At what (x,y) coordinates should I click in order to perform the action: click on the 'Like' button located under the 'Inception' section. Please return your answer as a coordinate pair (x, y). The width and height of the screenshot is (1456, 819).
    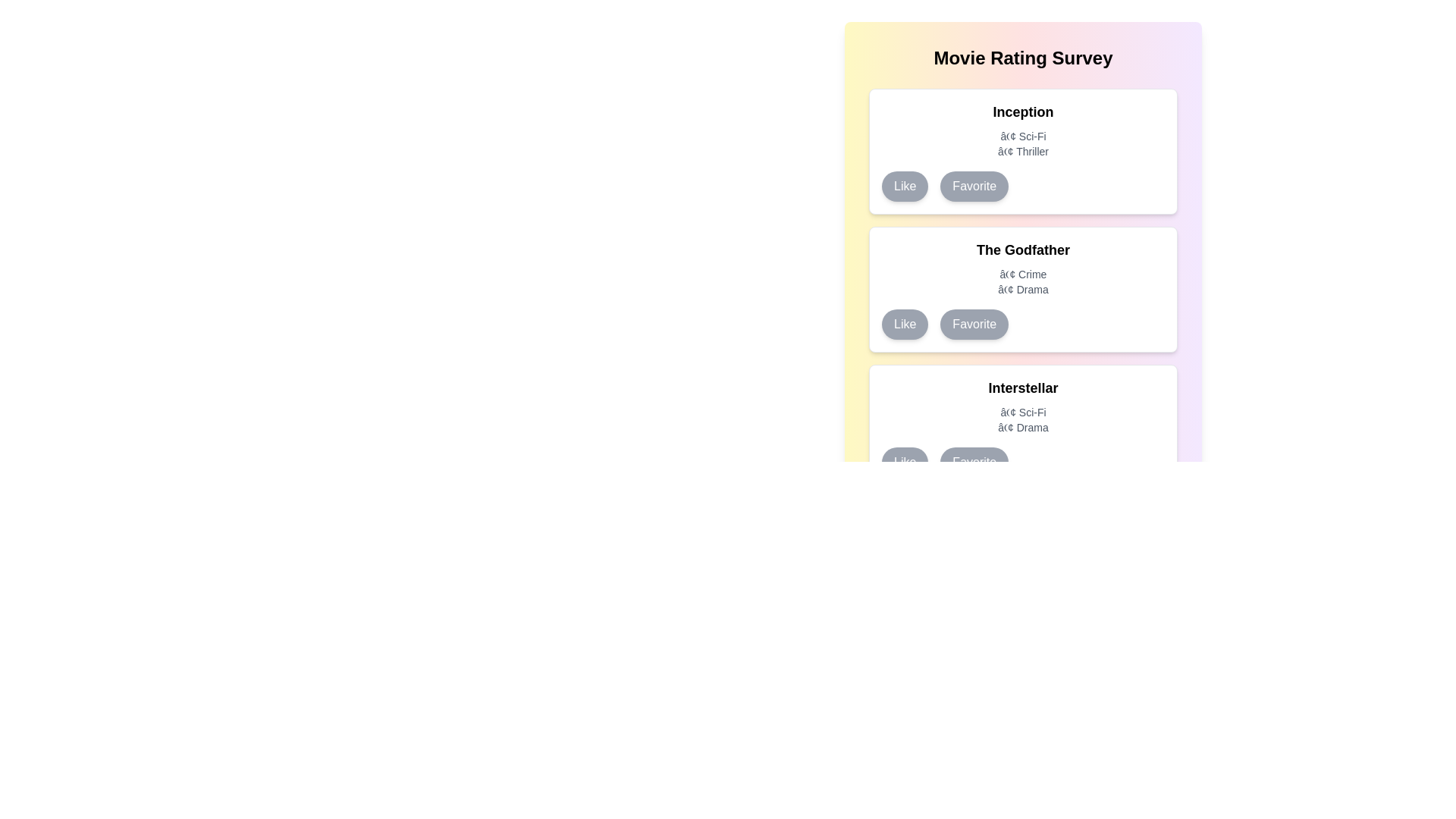
    Looking at the image, I should click on (905, 186).